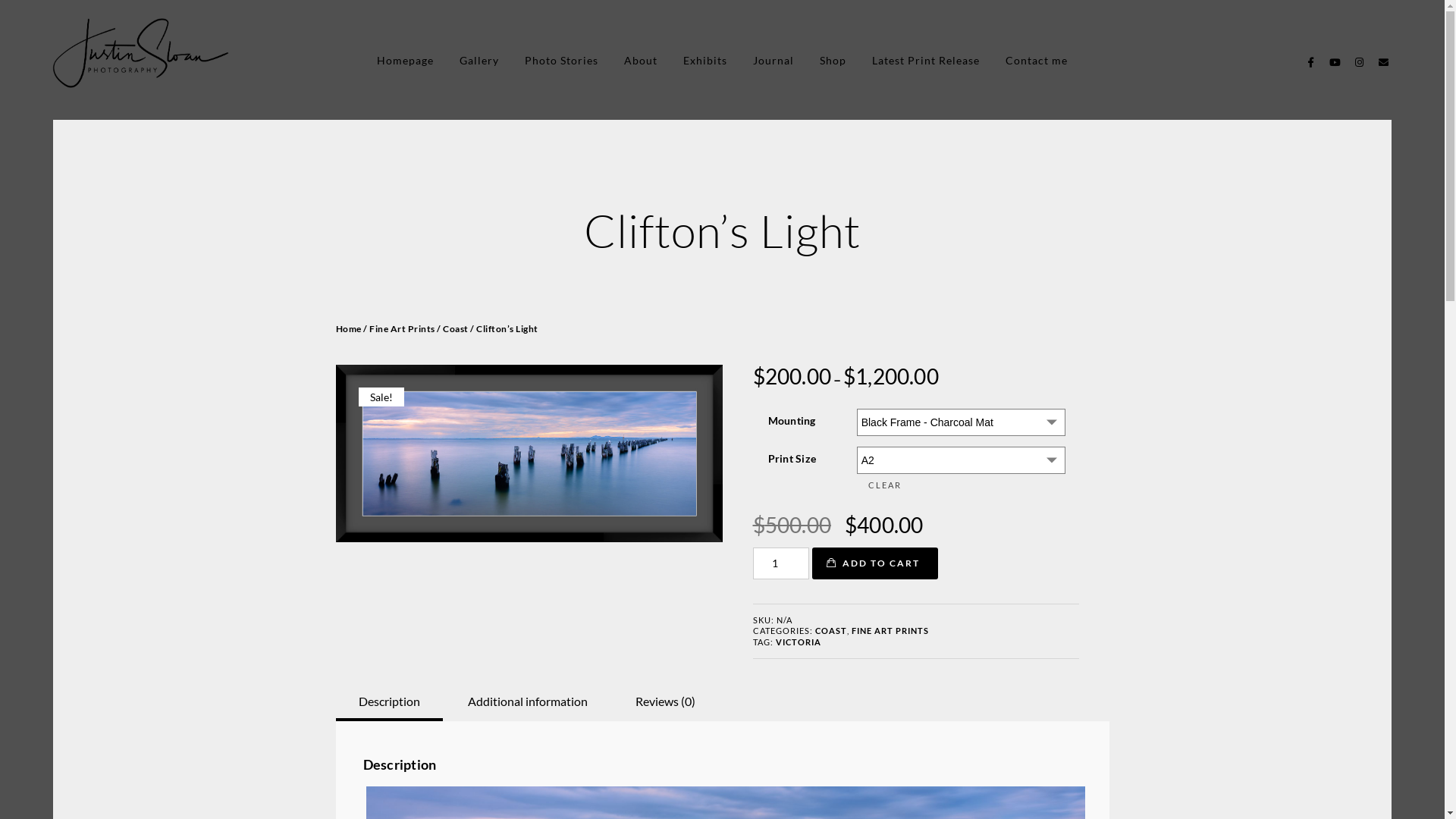  Describe the element at coordinates (829, 630) in the screenshot. I see `'COAST'` at that location.